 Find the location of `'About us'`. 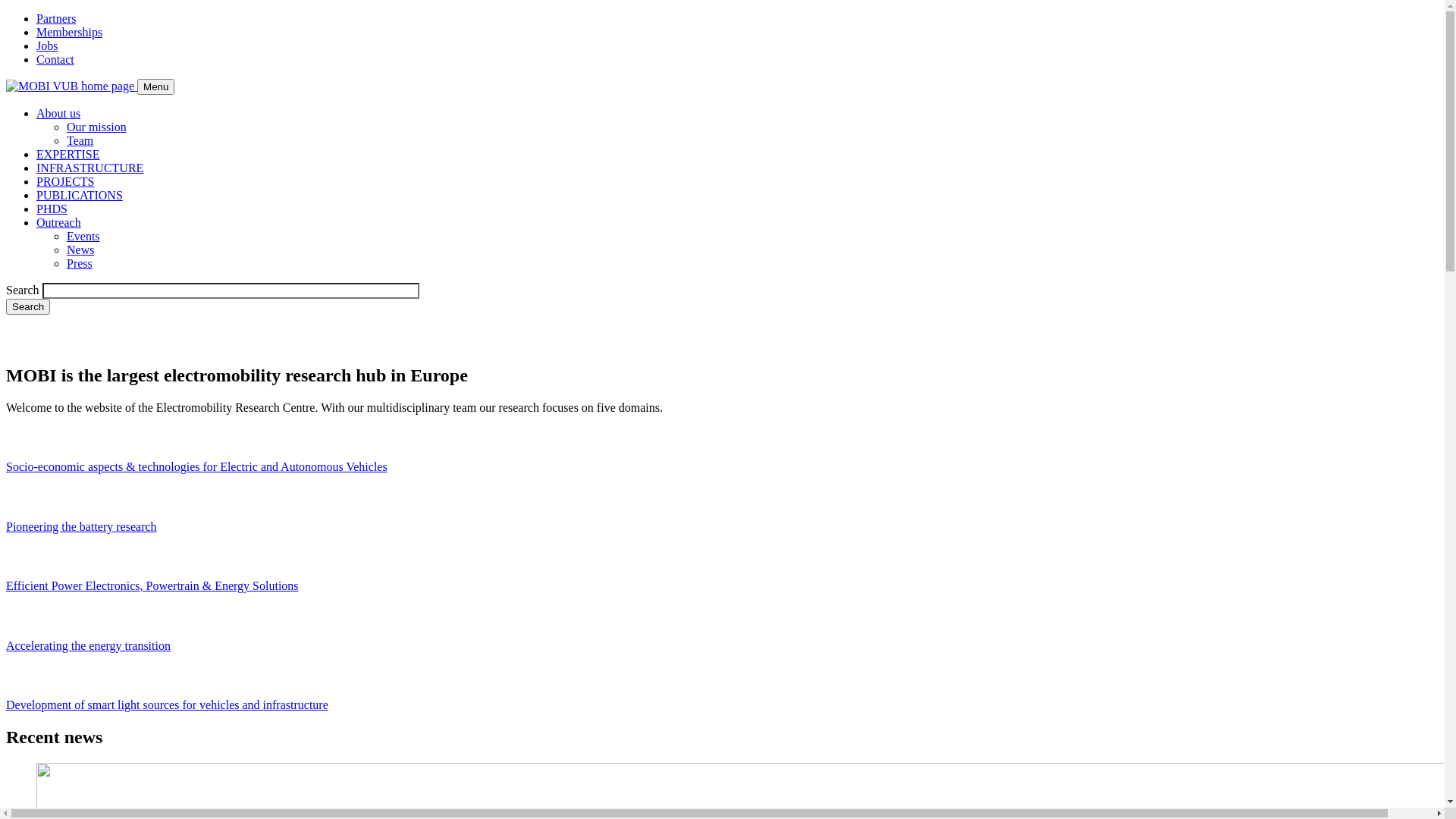

'About us' is located at coordinates (58, 112).